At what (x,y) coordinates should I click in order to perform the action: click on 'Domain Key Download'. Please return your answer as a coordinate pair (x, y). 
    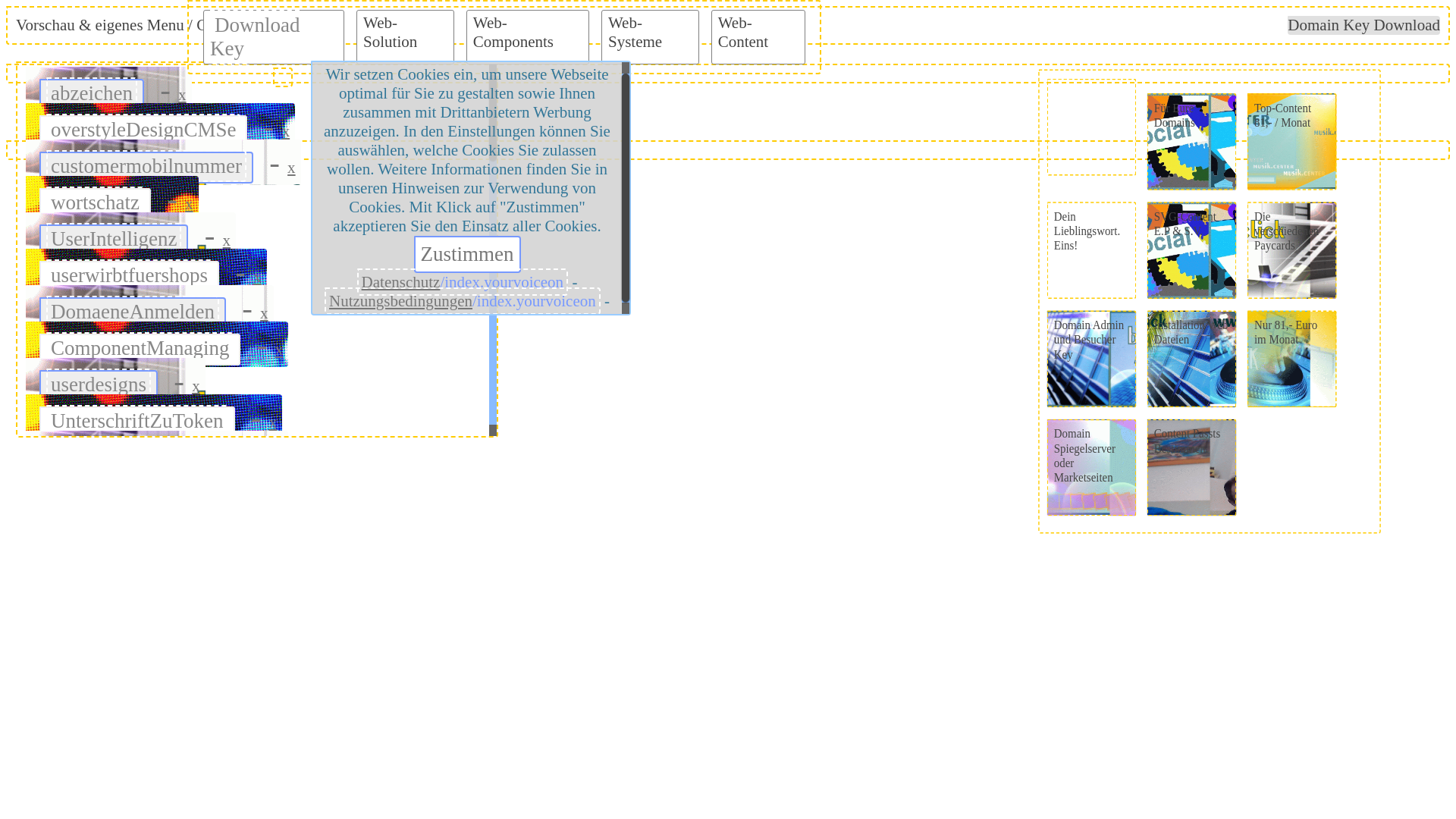
    Looking at the image, I should click on (1363, 25).